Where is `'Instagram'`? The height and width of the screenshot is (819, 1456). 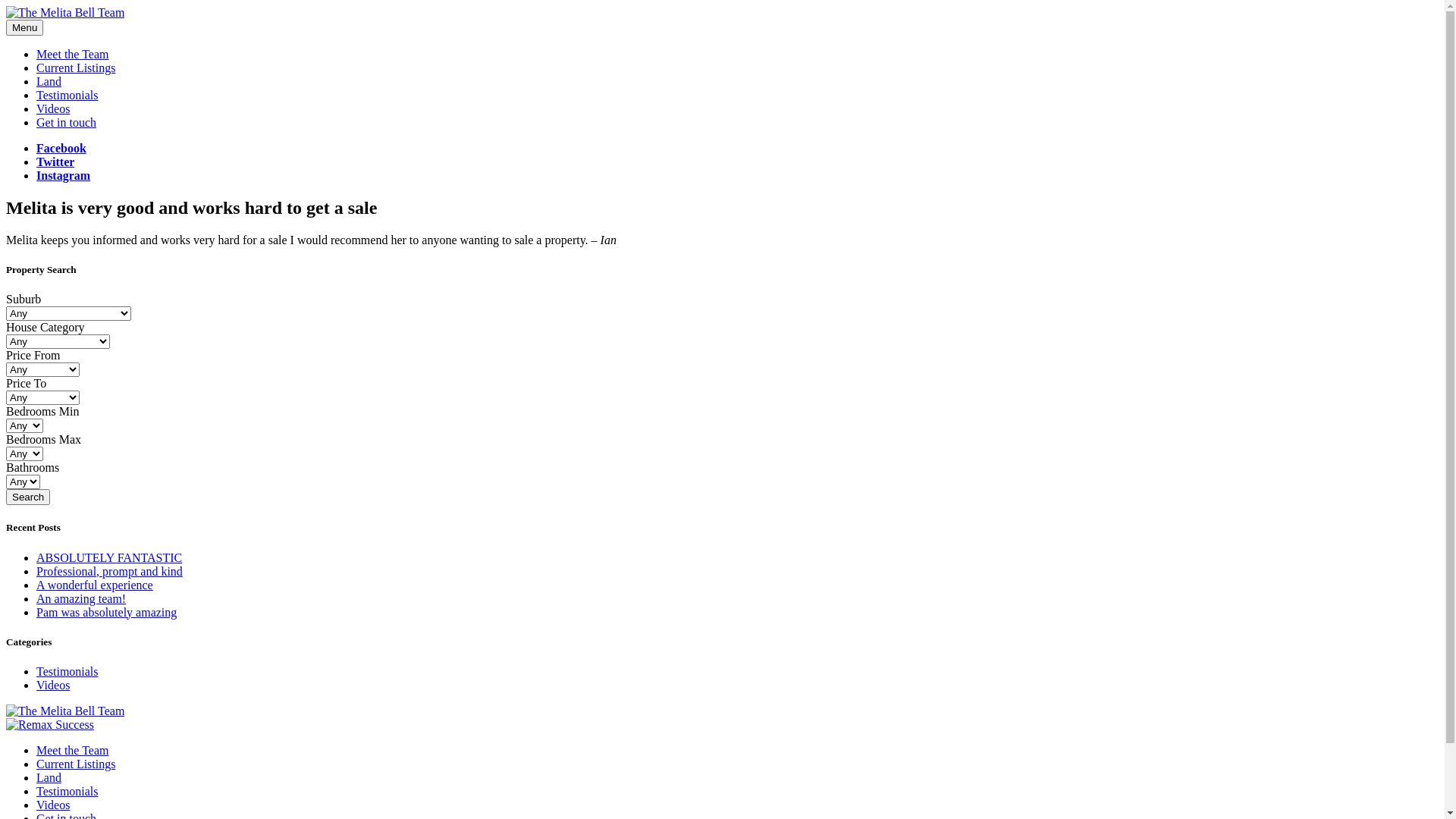 'Instagram' is located at coordinates (36, 174).